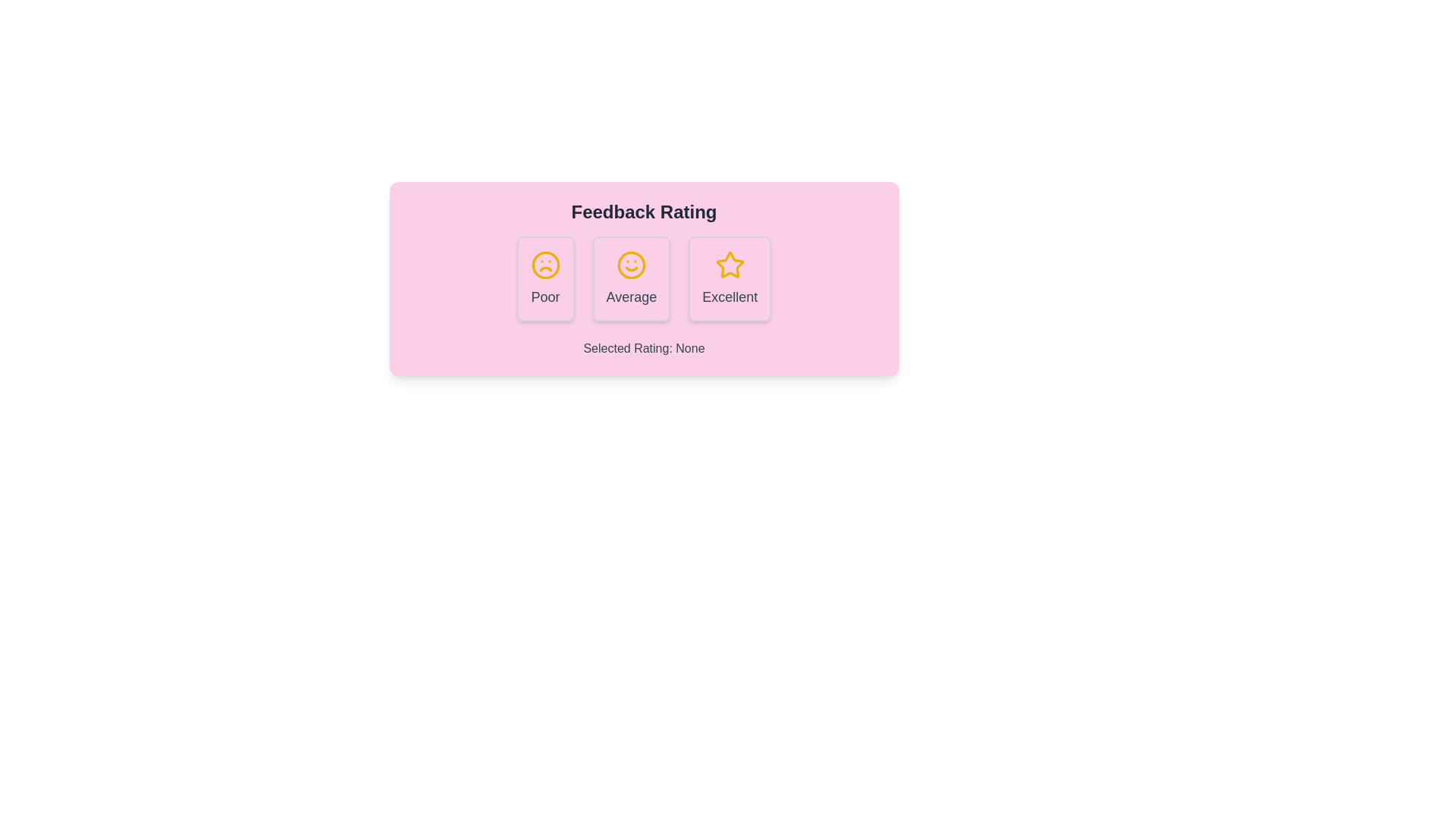 This screenshot has height=819, width=1456. Describe the element at coordinates (631, 265) in the screenshot. I see `the outer boundary circle of the smiley face symbol representing 'Average' in the feedback rating system` at that location.